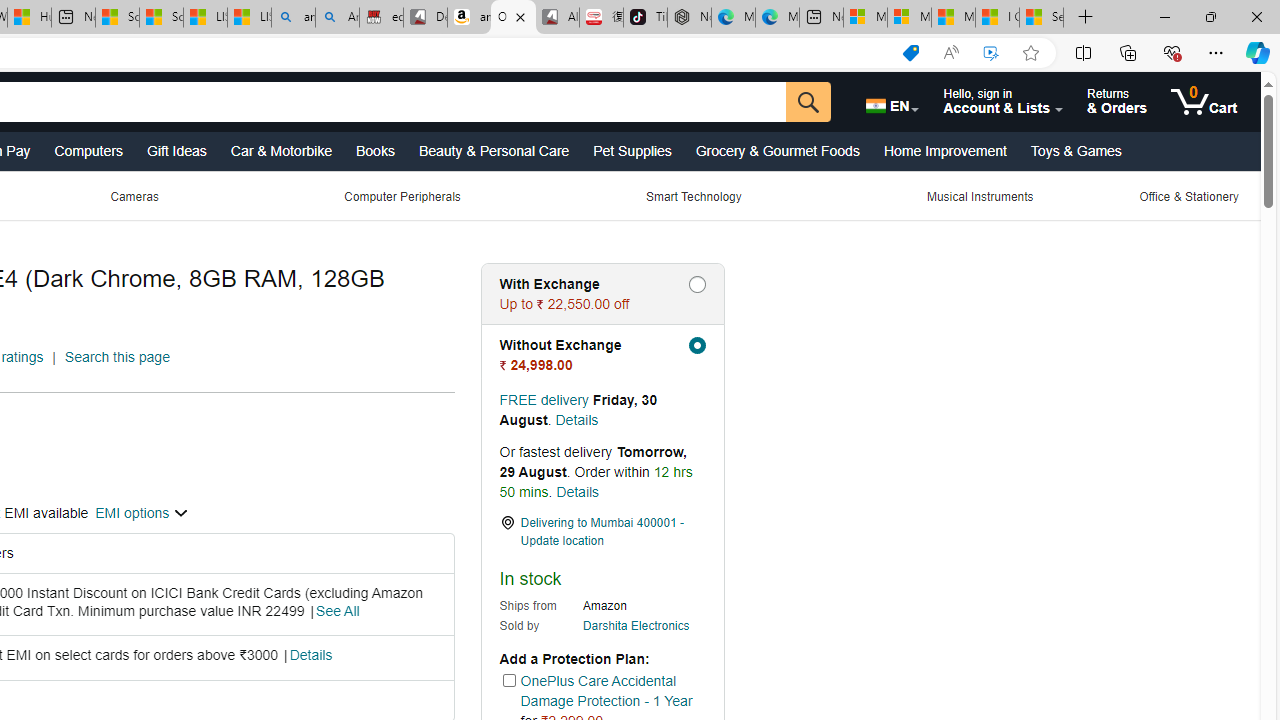  What do you see at coordinates (890, 101) in the screenshot?
I see `'Choose a language for shopping.'` at bounding box center [890, 101].